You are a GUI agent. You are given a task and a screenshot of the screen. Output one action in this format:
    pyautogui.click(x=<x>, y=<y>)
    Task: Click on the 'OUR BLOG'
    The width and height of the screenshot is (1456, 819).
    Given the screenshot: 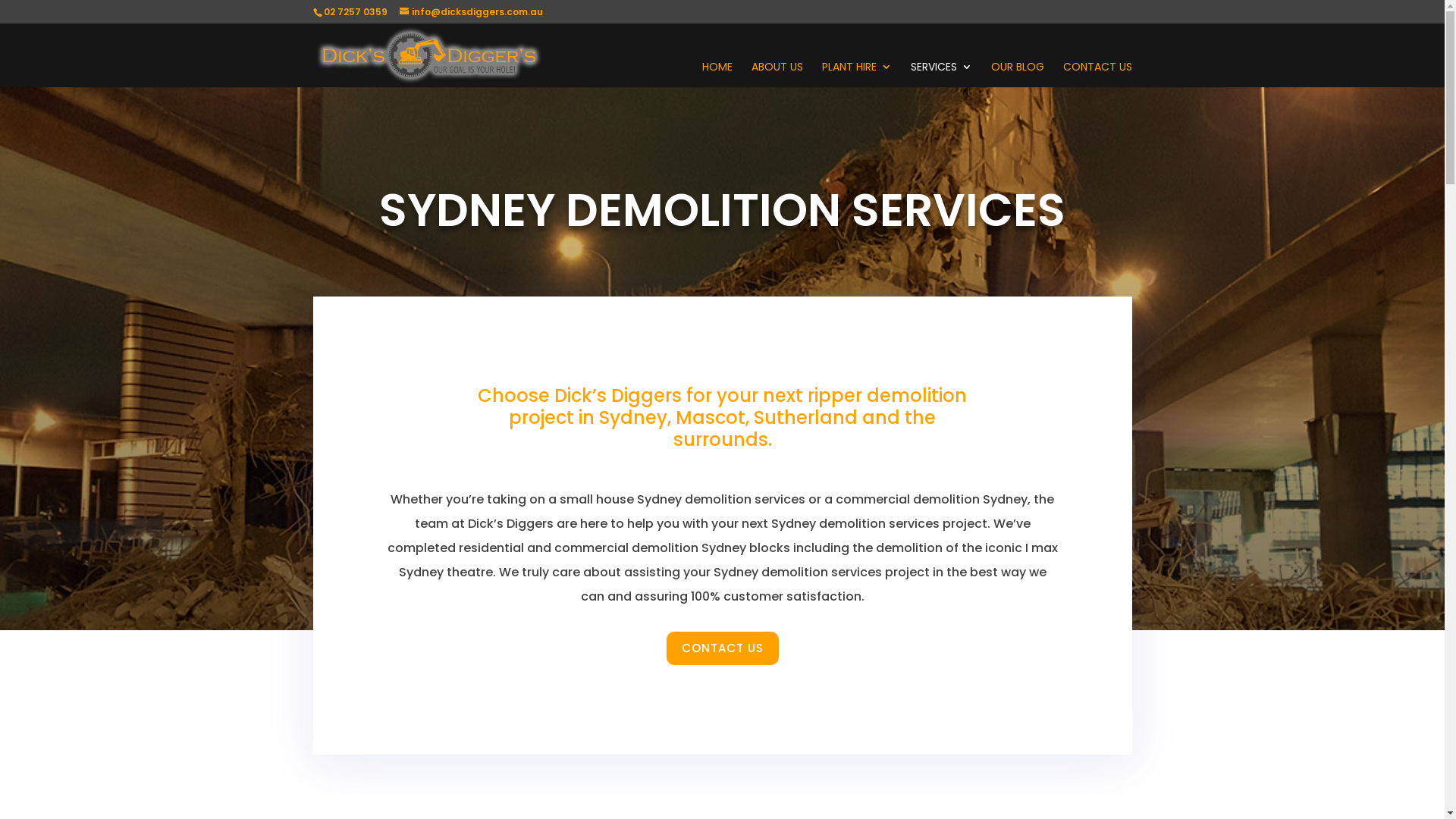 What is the action you would take?
    pyautogui.click(x=990, y=74)
    